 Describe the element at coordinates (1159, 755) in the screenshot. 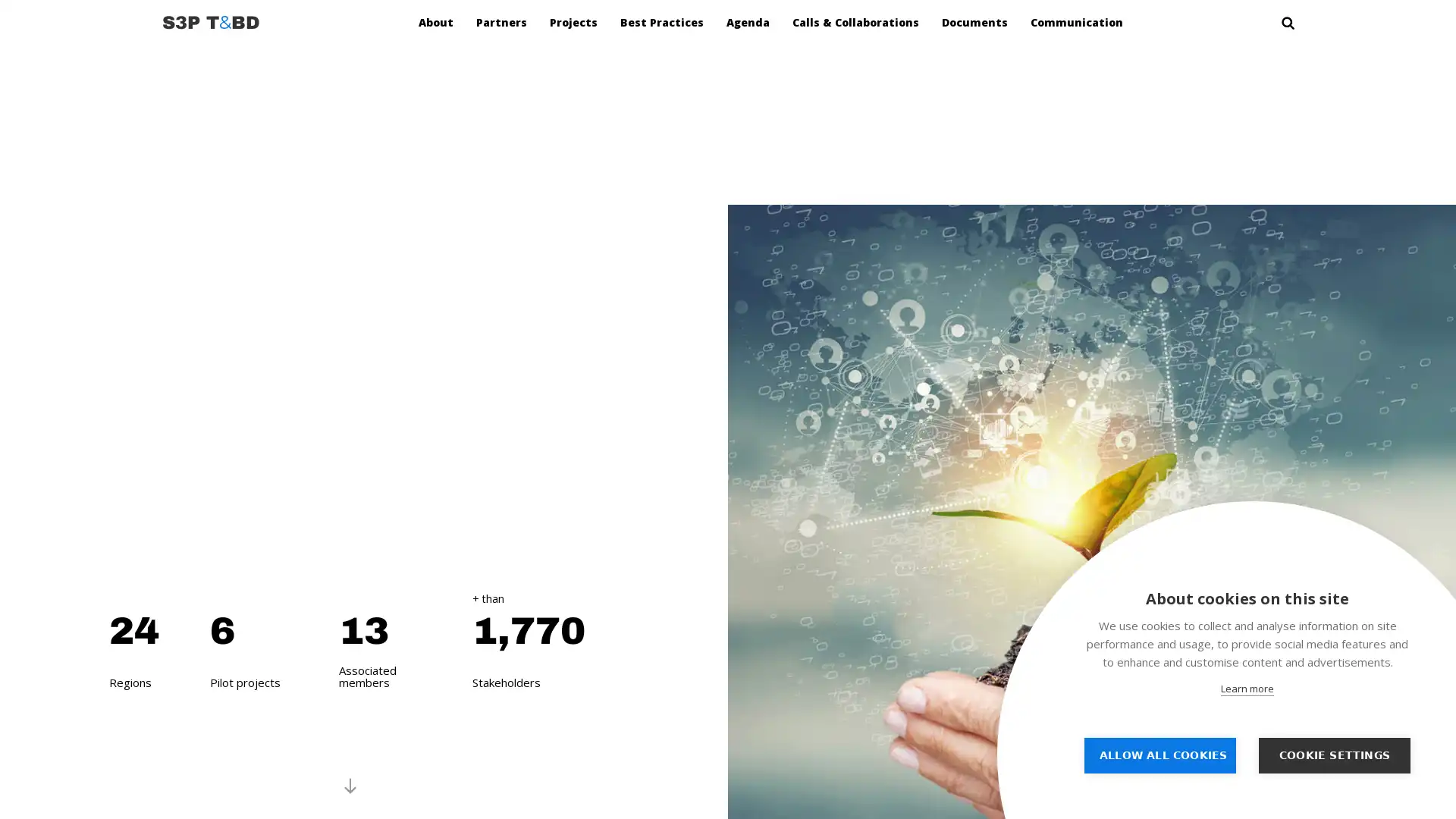

I see `ALLOW ALL COOKIES` at that location.